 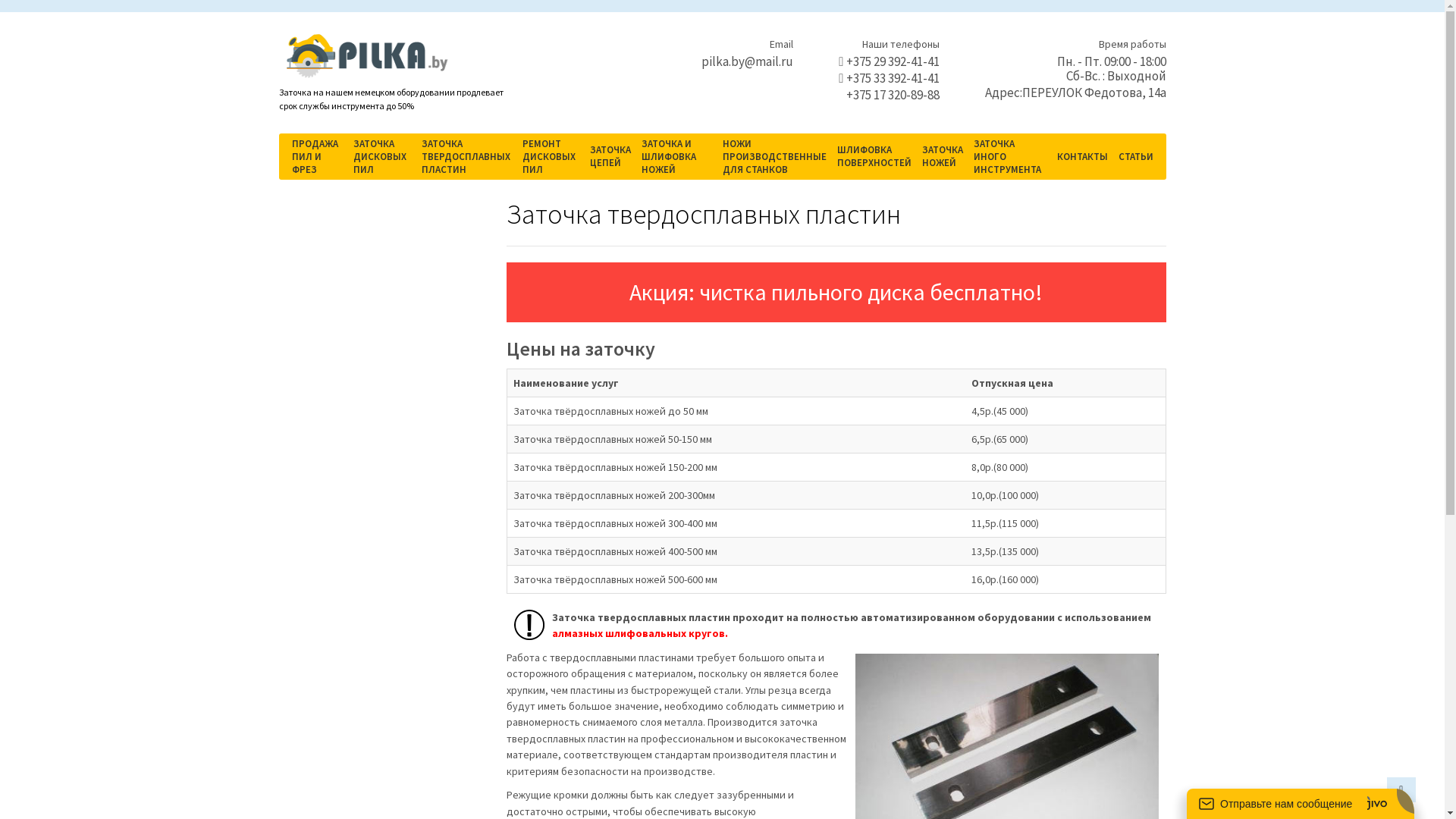 What do you see at coordinates (888, 95) in the screenshot?
I see `'+375 17 320-89-88'` at bounding box center [888, 95].